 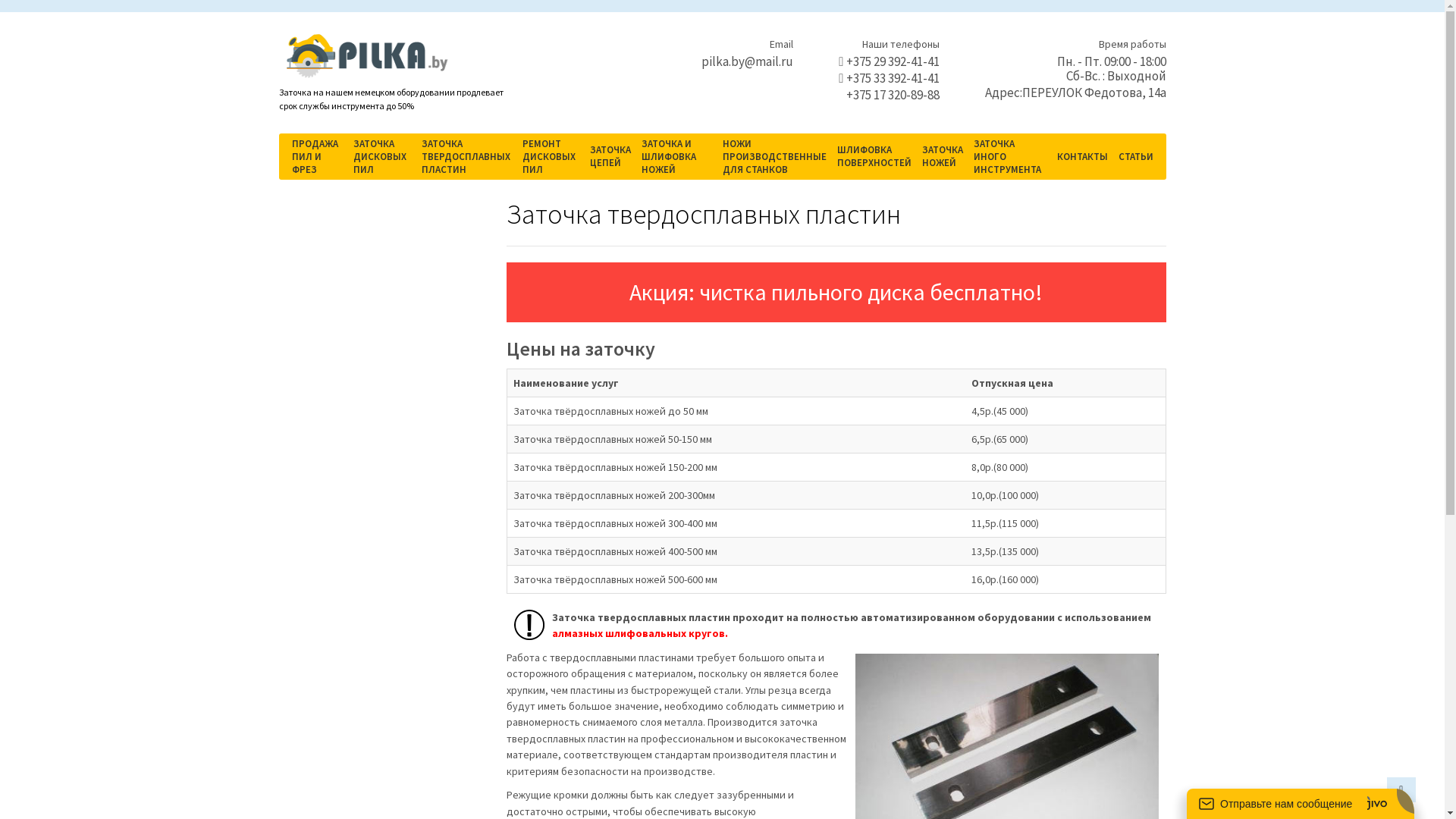 What do you see at coordinates (888, 95) in the screenshot?
I see `'+375 17 320-89-88'` at bounding box center [888, 95].